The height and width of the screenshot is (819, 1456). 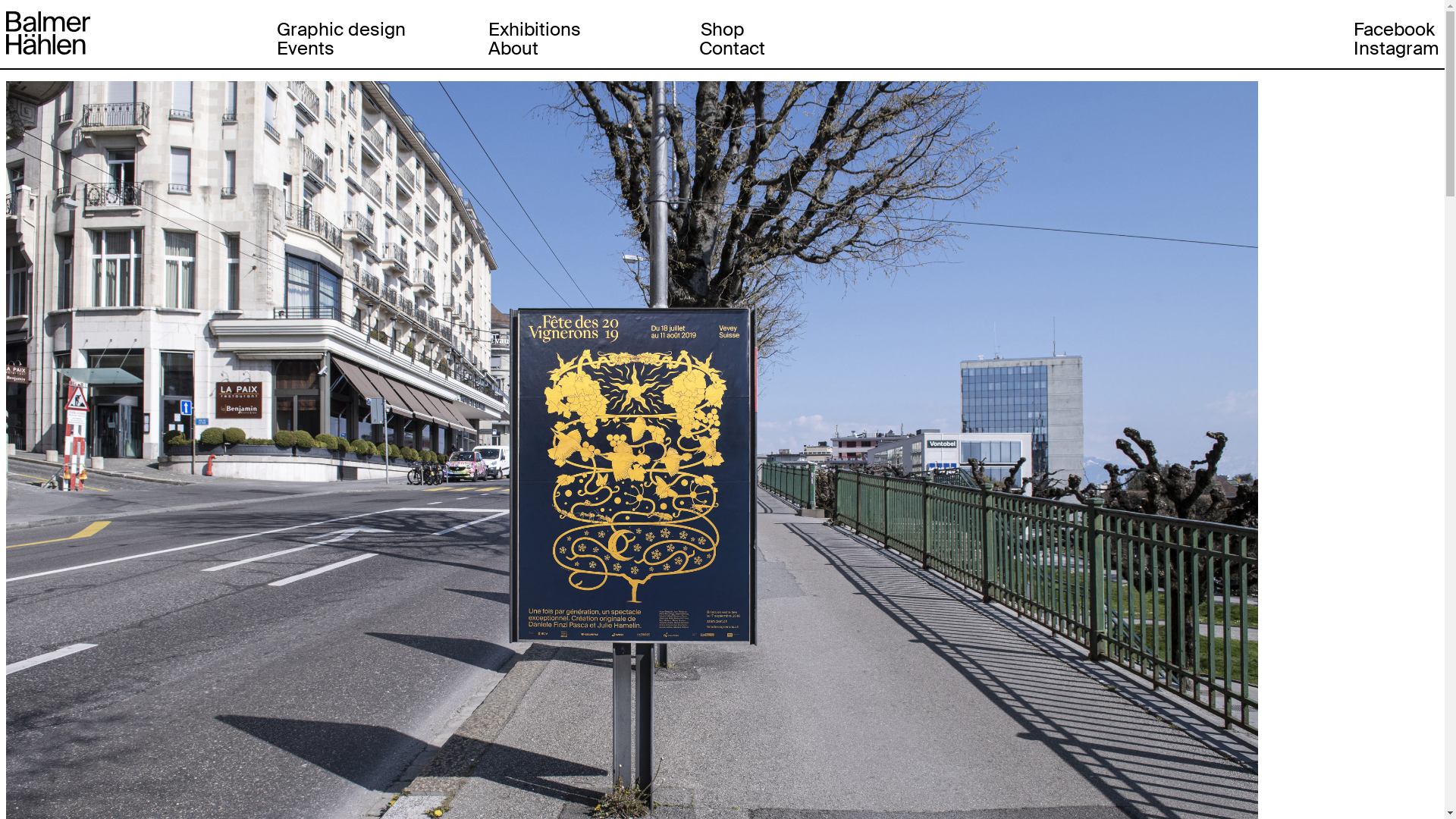 I want to click on 'Exhibitions', so click(x=535, y=29).